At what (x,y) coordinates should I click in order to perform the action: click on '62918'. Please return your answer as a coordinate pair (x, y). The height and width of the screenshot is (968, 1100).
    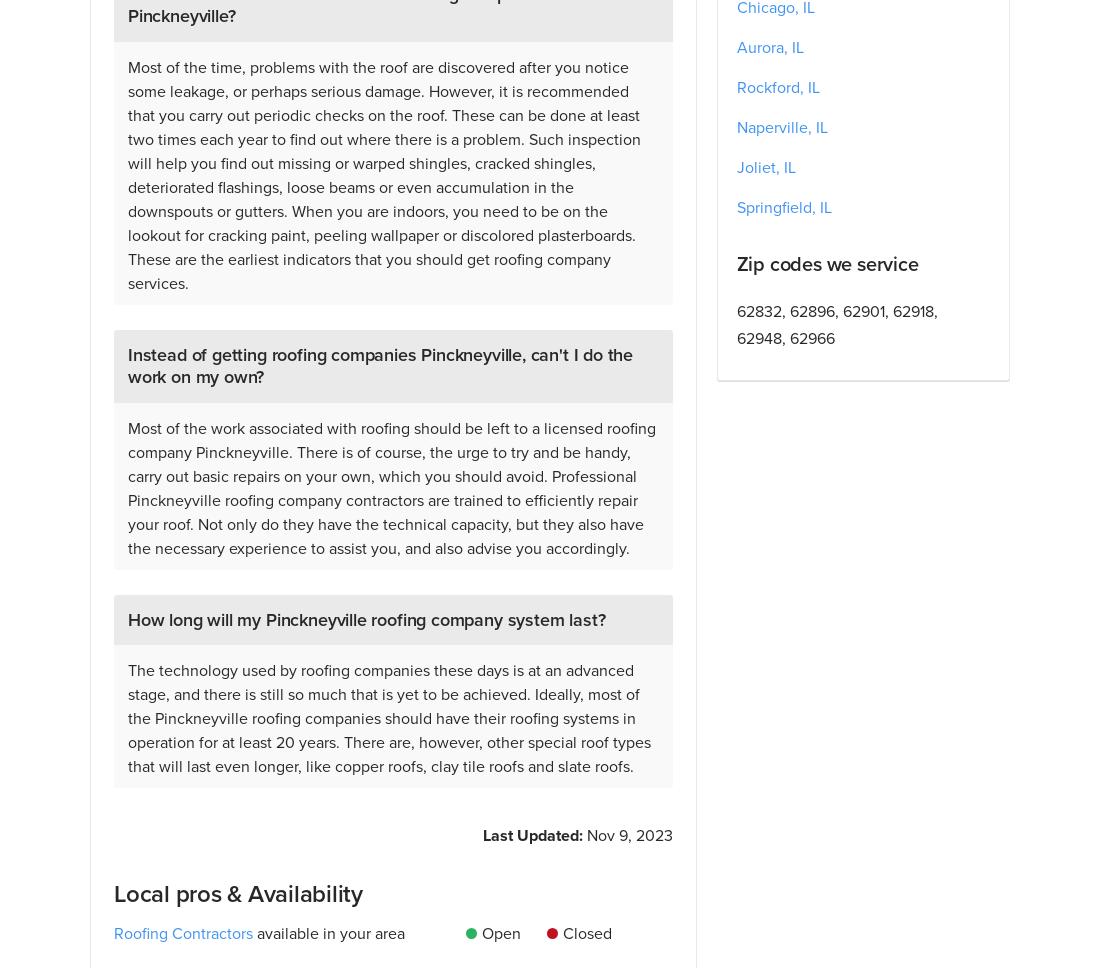
    Looking at the image, I should click on (912, 310).